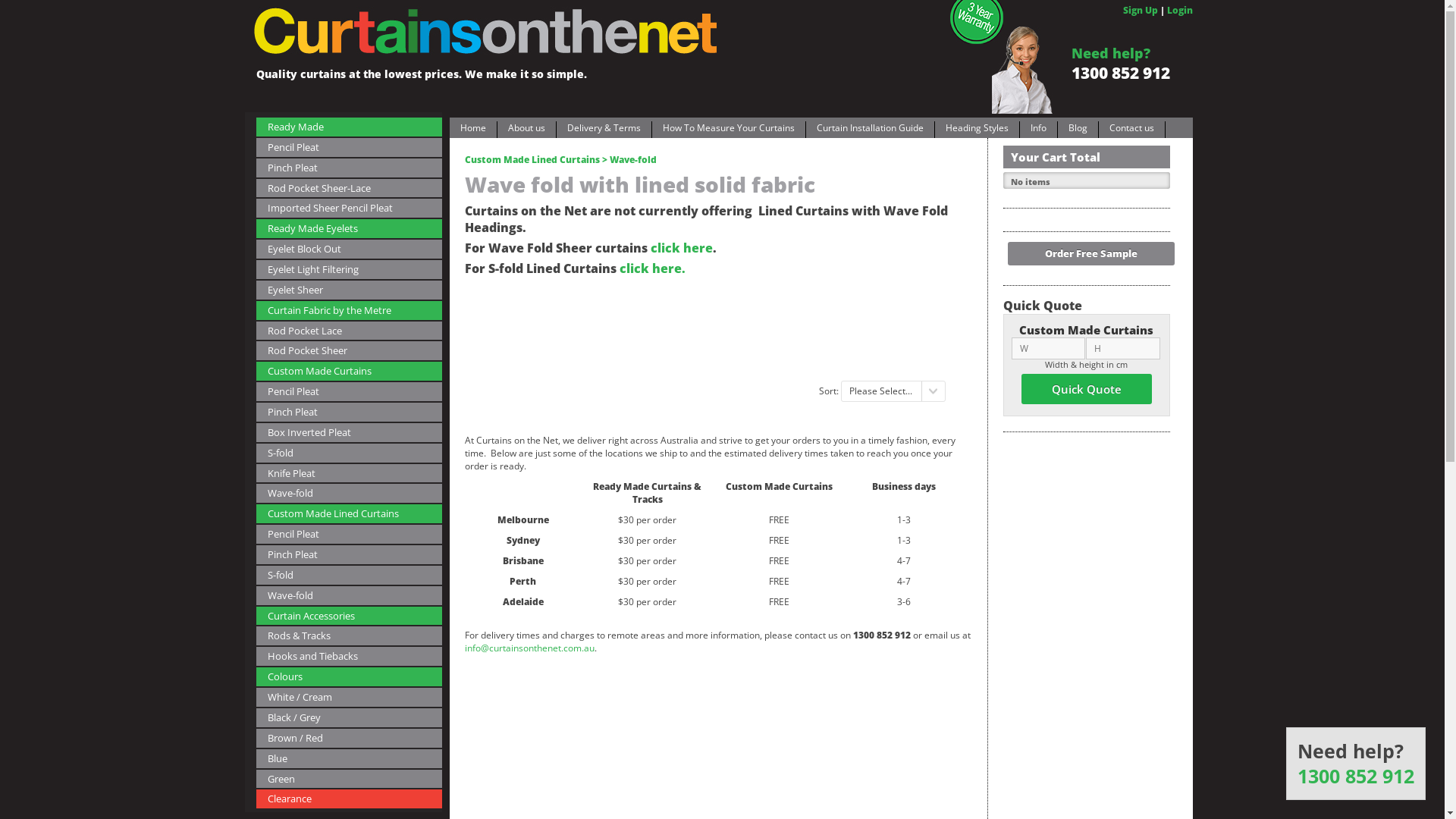 The width and height of the screenshot is (1456, 819). What do you see at coordinates (472, 128) in the screenshot?
I see `'Home'` at bounding box center [472, 128].